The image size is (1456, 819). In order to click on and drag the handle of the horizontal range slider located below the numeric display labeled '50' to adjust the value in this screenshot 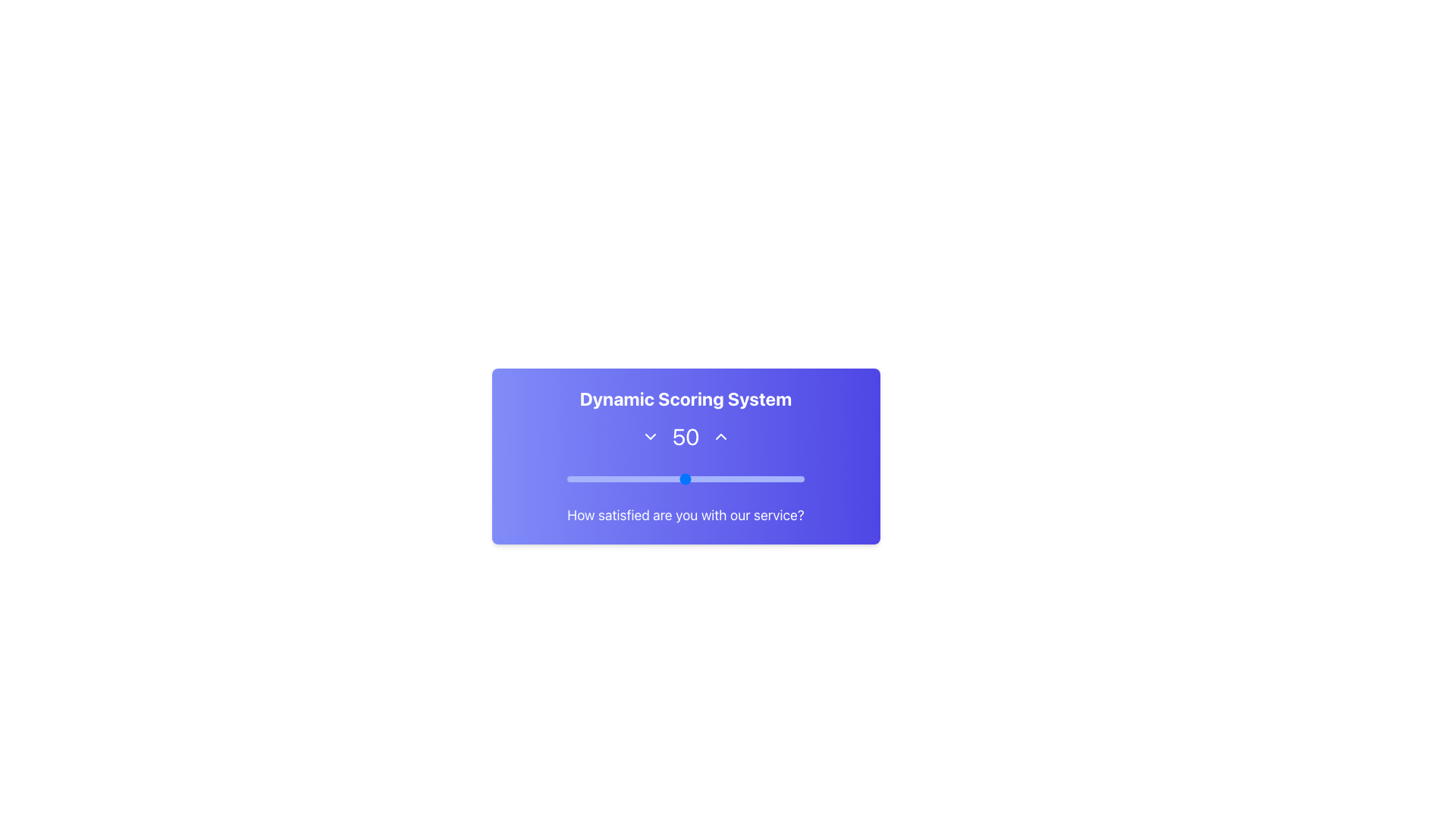, I will do `click(684, 479)`.